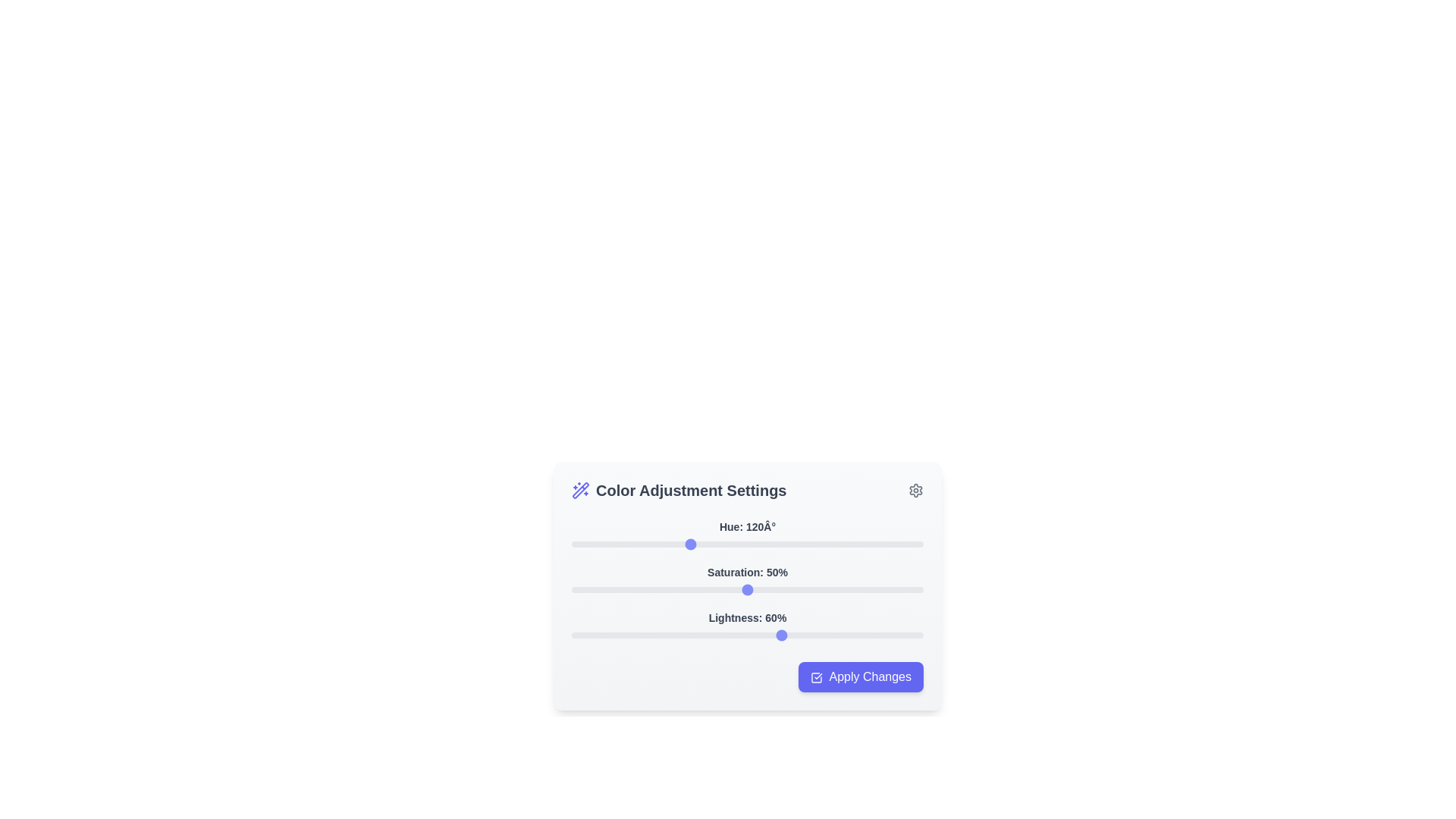 This screenshot has height=819, width=1456. Describe the element at coordinates (749, 543) in the screenshot. I see `hue` at that location.